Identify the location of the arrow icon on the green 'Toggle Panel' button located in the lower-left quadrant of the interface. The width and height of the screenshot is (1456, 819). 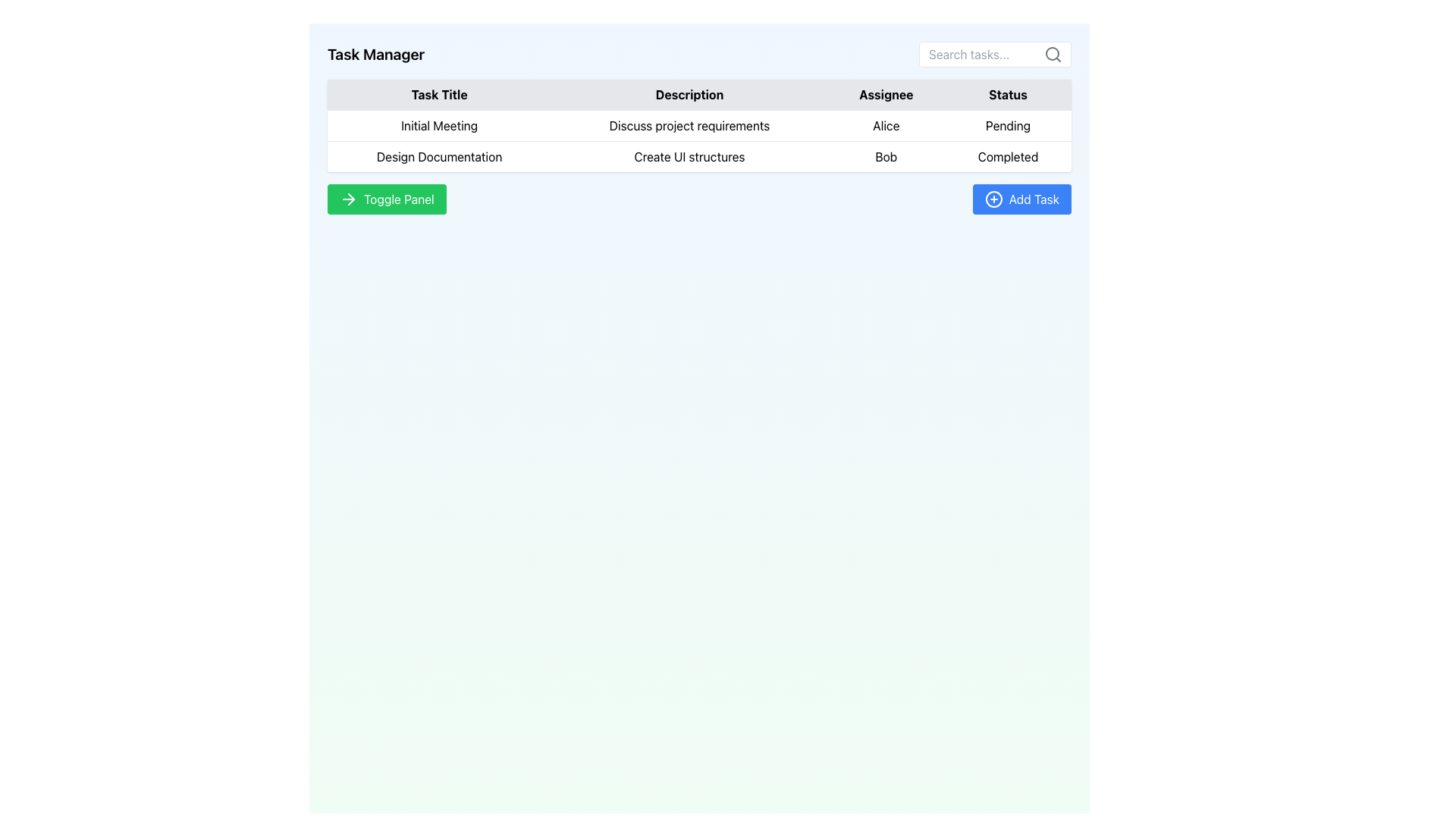
(348, 198).